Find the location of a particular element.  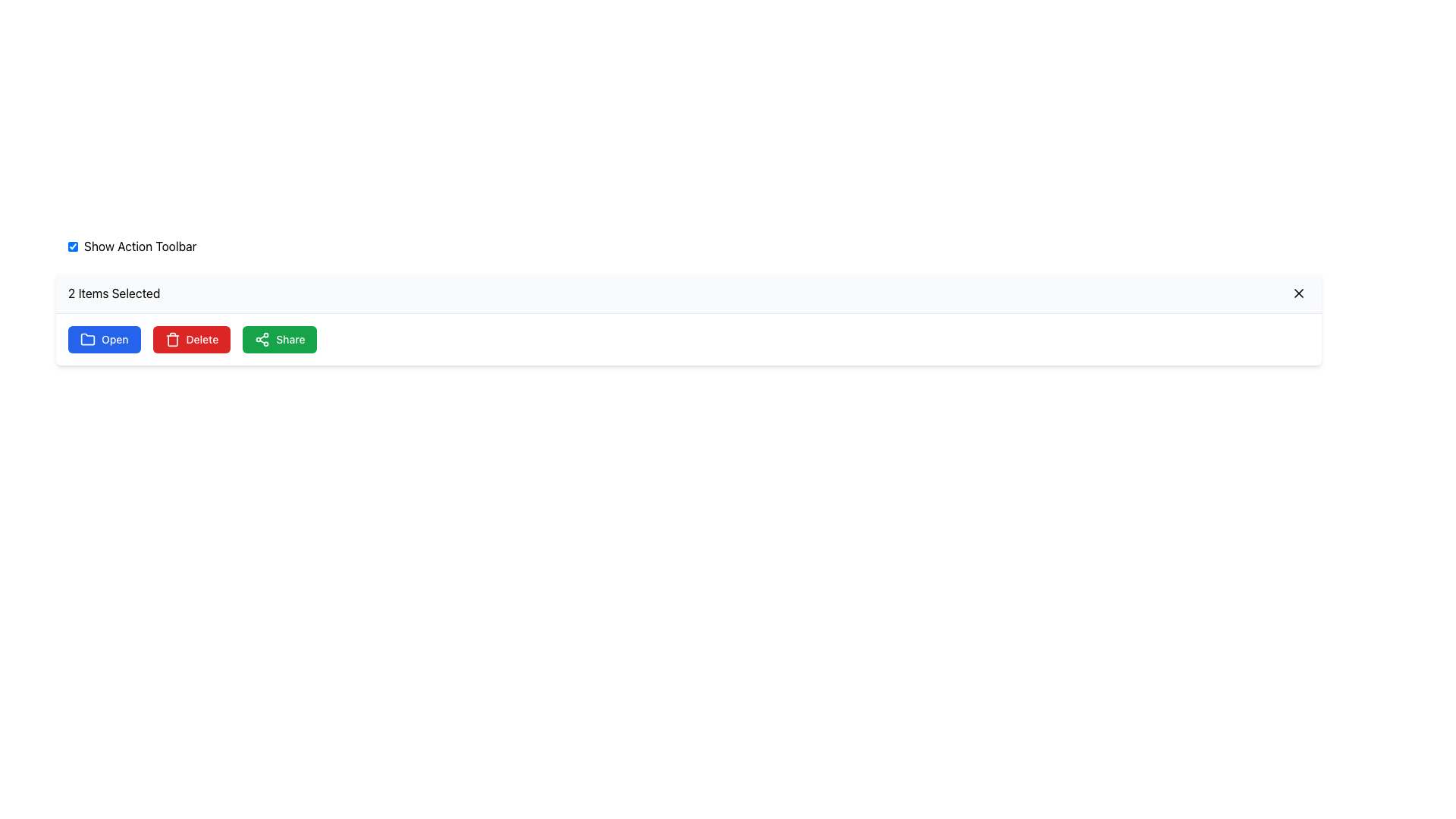

the 'Open' button located in the toolbar section beneath '2 Items Selected' is located at coordinates (103, 338).